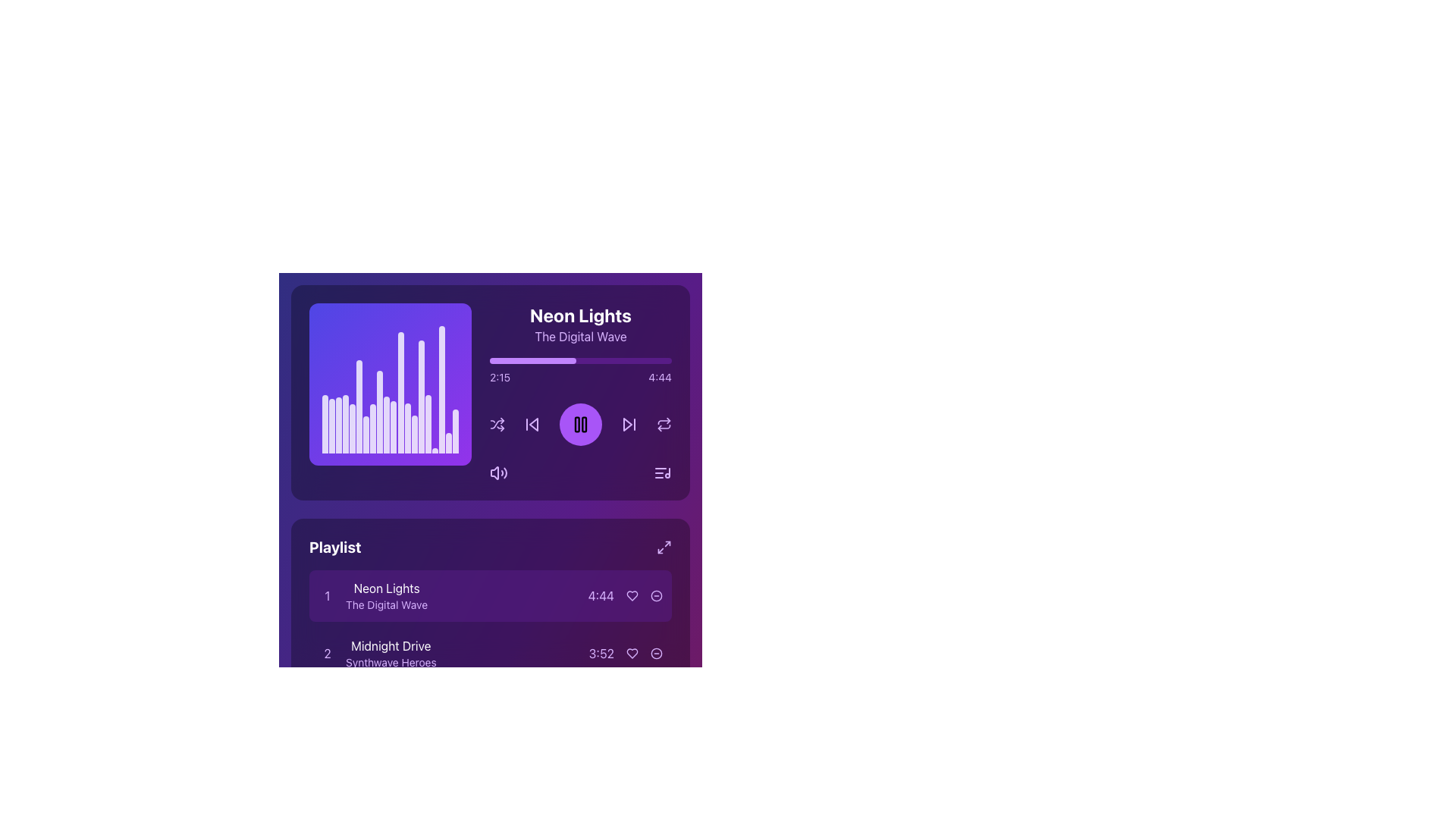 This screenshot has width=1456, height=819. Describe the element at coordinates (334, 547) in the screenshot. I see `the static text label that indicates the content relates to the playlist, positioned at the upper-left area of the playlist panel, above the list of song entries` at that location.